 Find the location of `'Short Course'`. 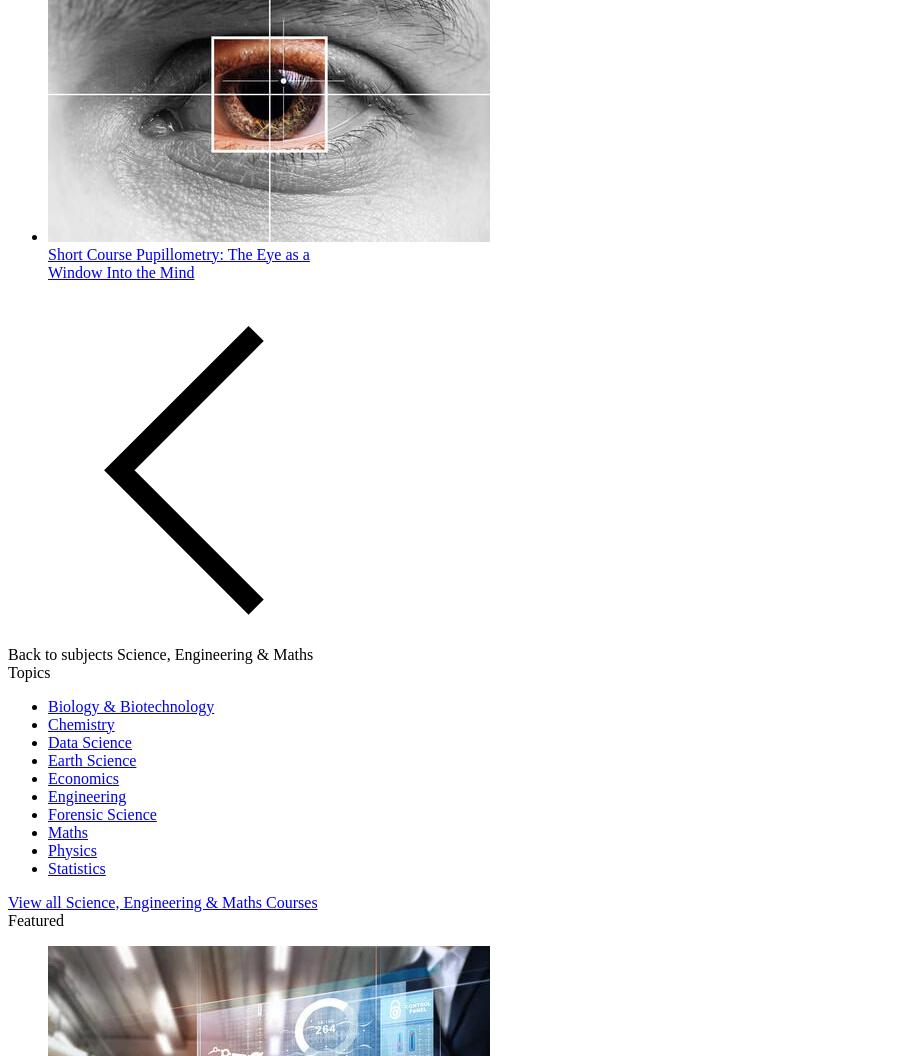

'Short Course' is located at coordinates (88, 252).